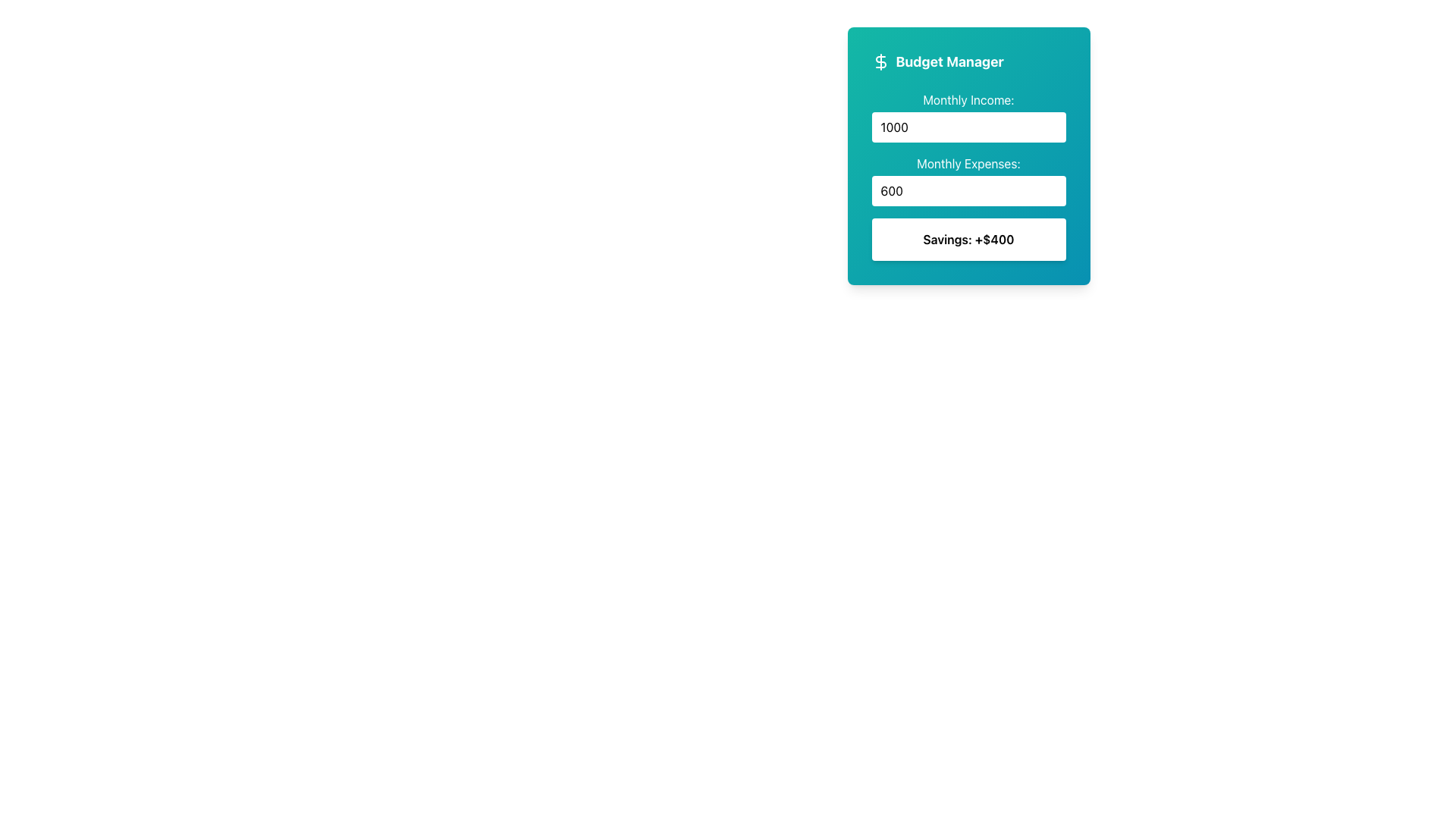  I want to click on the Text Display element that shows the calculated savings value formatted as 'Savings: +$400', located within a blue gradient card below the input fields for 'Monthly Income' and 'Monthly Expenses', so click(968, 239).